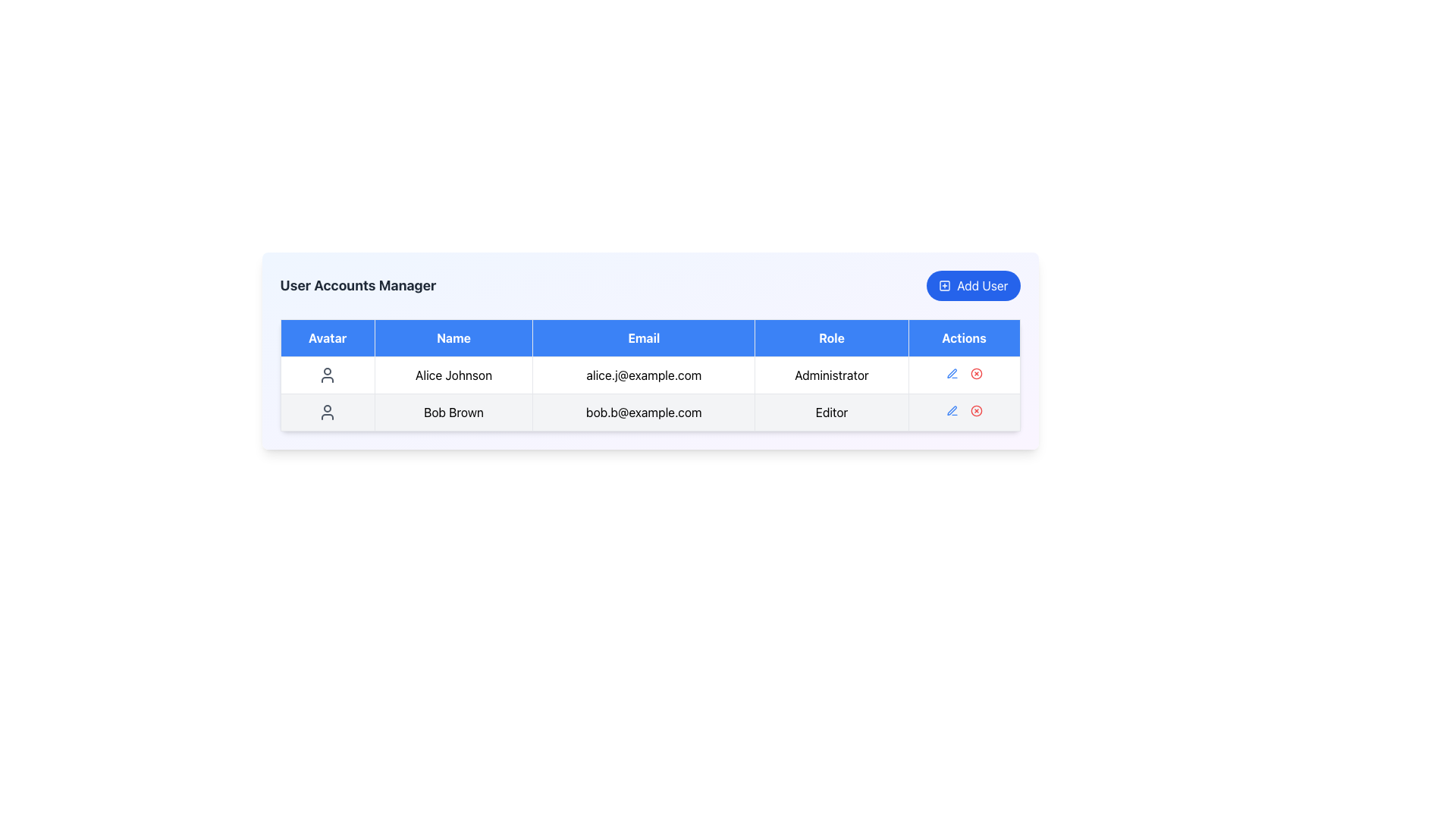 This screenshot has height=819, width=1456. What do you see at coordinates (453, 375) in the screenshot?
I see `text content of the Text Label displaying 'Alice Johnson' located in the first row under the 'Name' column of the table` at bounding box center [453, 375].